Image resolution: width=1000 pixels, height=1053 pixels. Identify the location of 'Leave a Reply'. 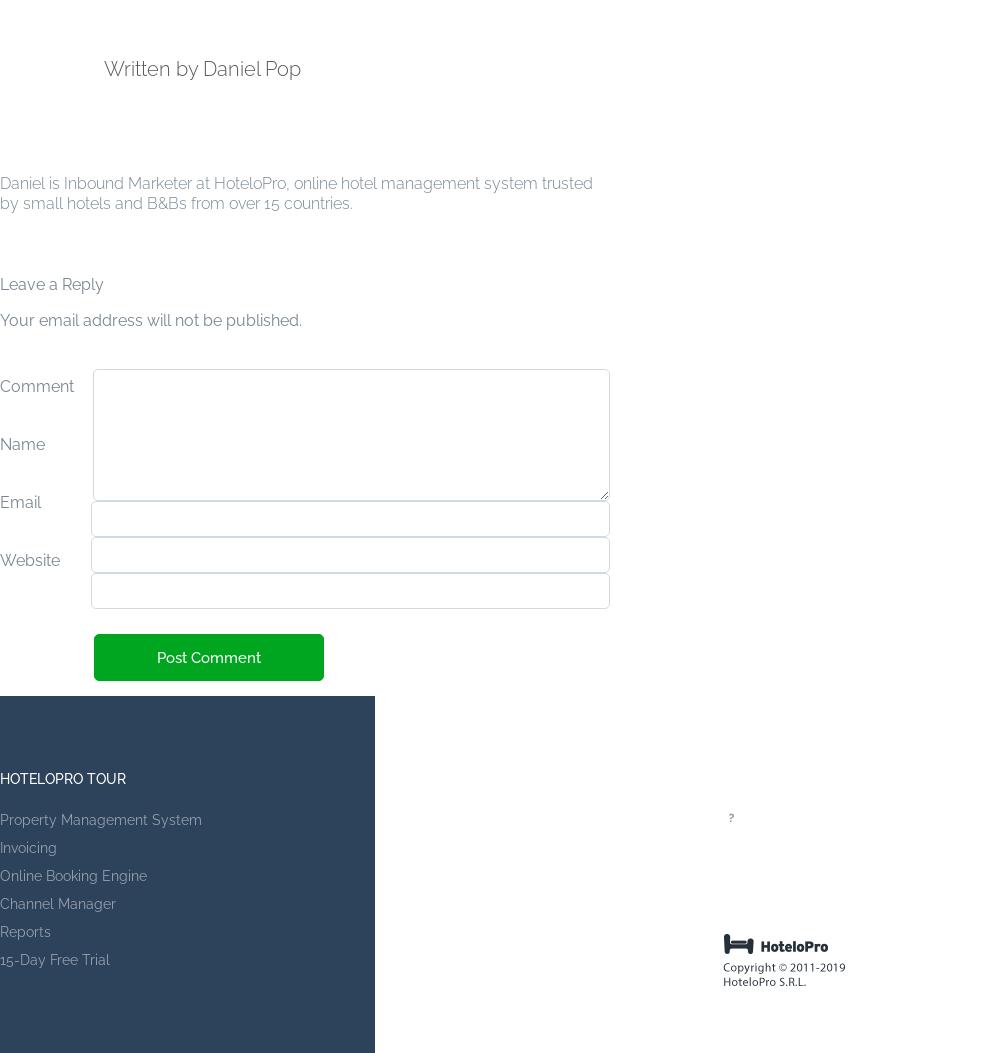
(52, 283).